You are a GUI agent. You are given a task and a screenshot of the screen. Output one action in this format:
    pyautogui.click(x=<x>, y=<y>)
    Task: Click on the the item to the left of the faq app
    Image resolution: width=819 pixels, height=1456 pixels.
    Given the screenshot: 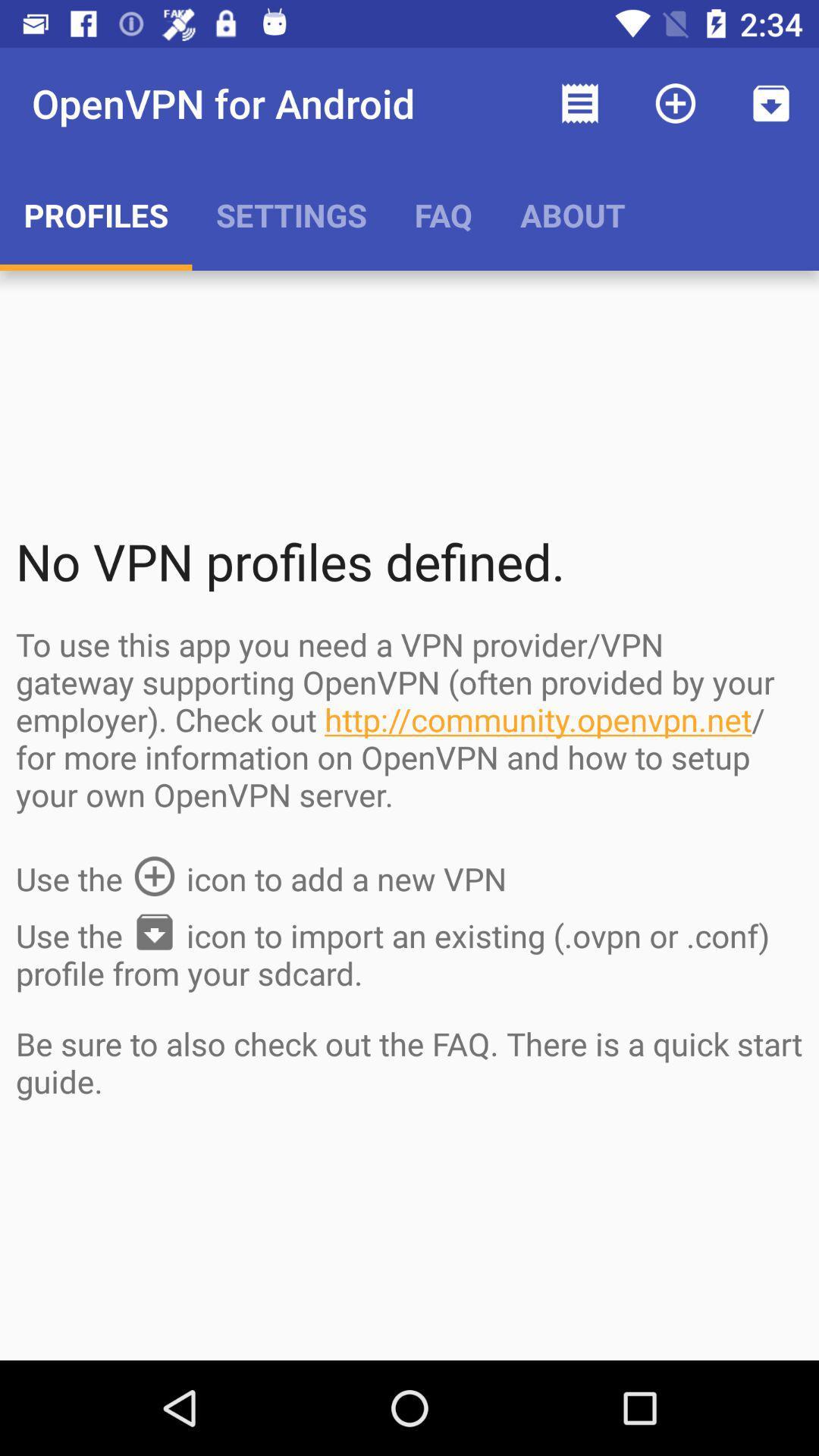 What is the action you would take?
    pyautogui.click(x=291, y=214)
    